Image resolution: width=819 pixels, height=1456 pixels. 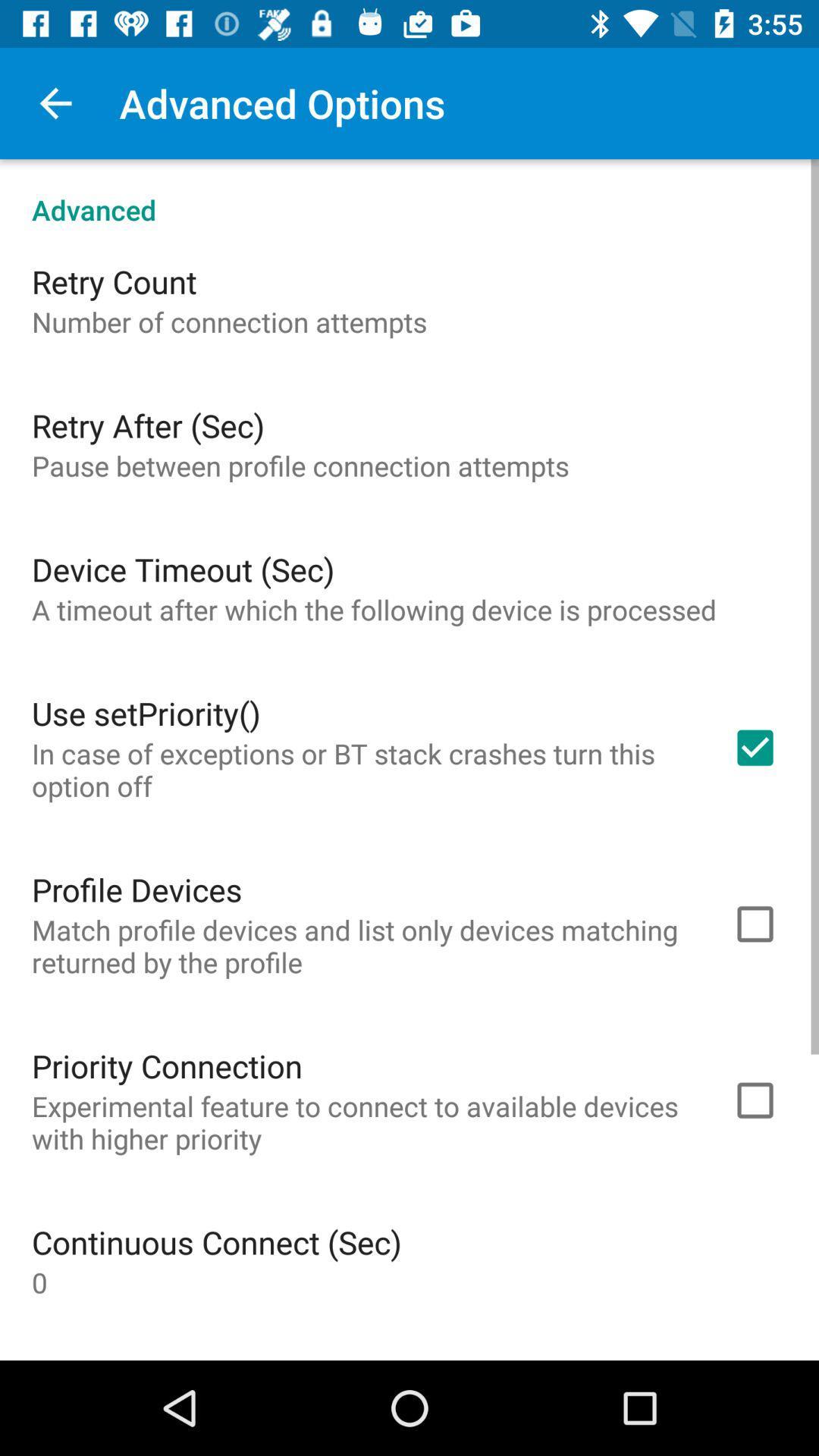 I want to click on item next to the advanced options item, so click(x=55, y=102).